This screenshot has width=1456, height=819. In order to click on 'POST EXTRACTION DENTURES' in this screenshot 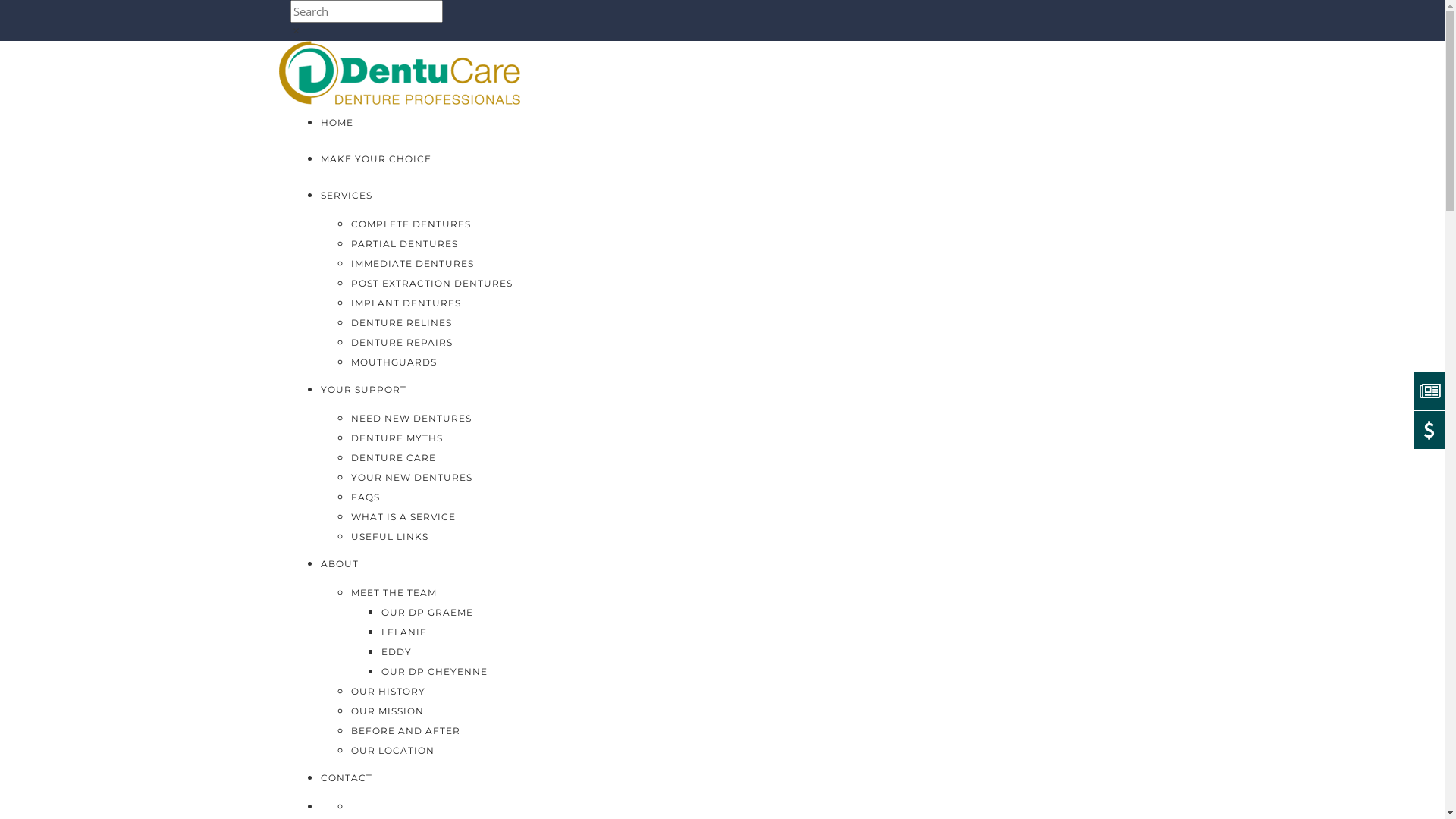, I will do `click(430, 283)`.